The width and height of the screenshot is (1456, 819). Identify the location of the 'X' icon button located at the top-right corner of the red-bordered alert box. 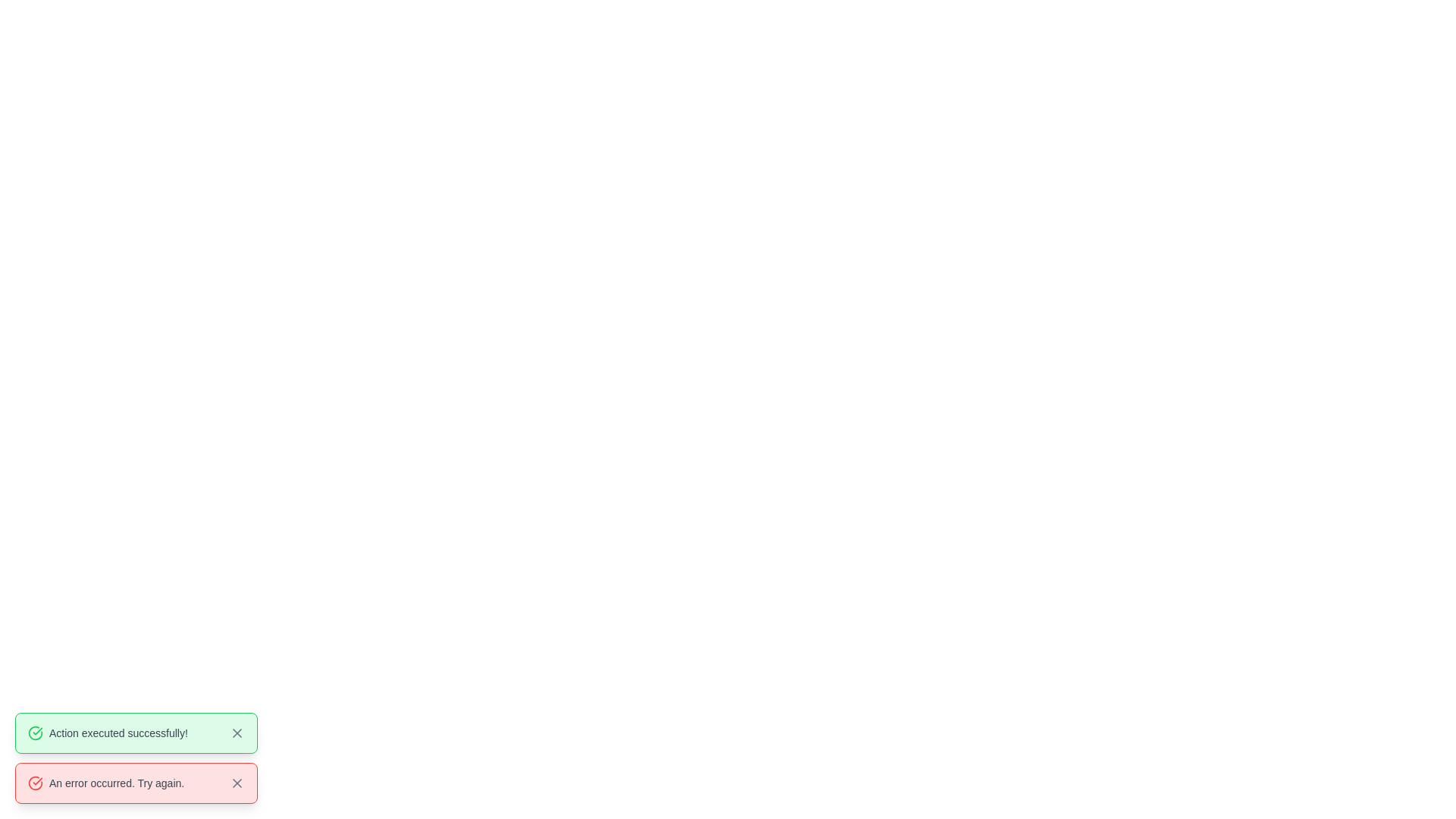
(236, 783).